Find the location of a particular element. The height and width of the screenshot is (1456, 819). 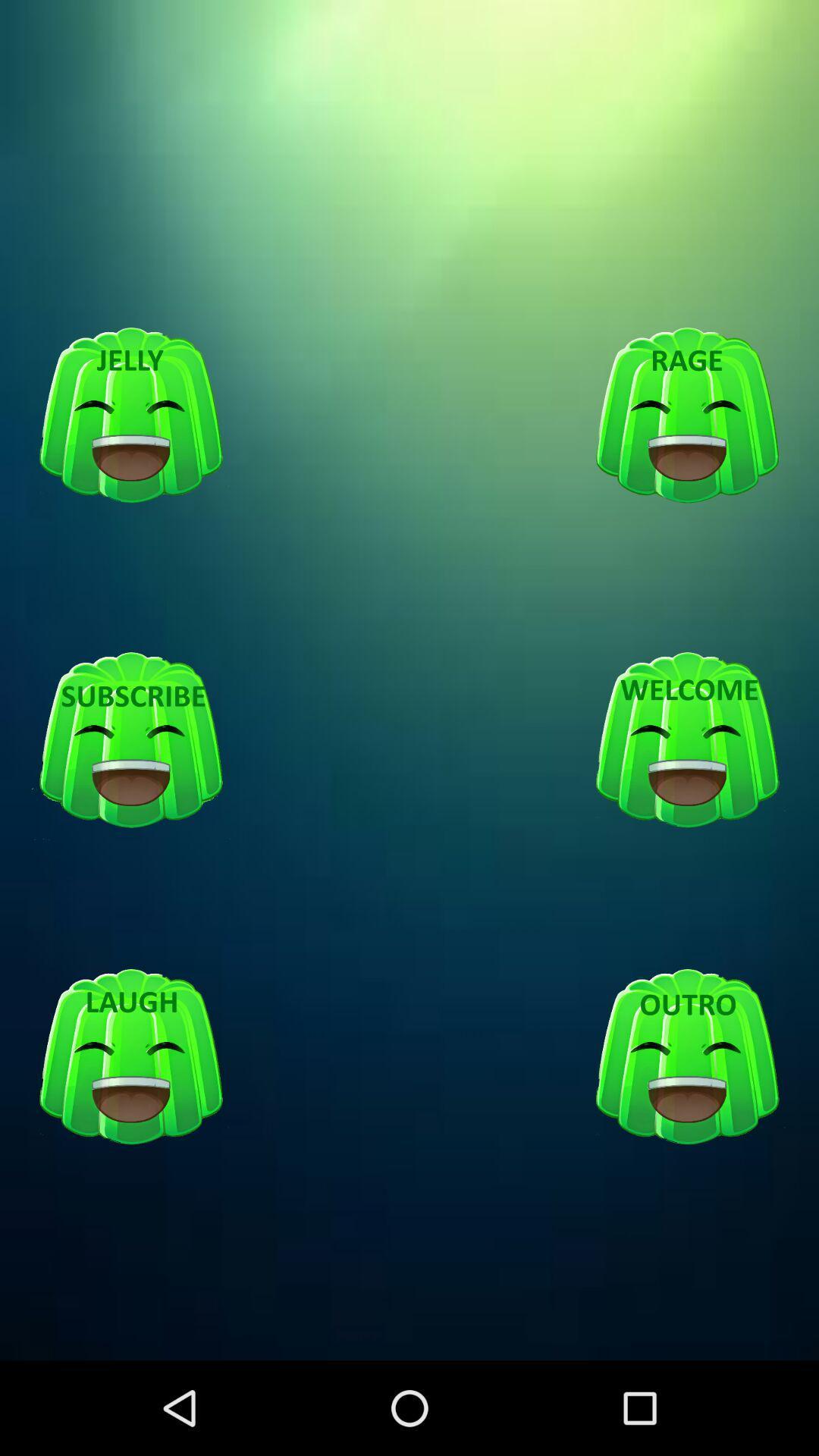

the icon at the bottom left corner is located at coordinates (130, 1057).